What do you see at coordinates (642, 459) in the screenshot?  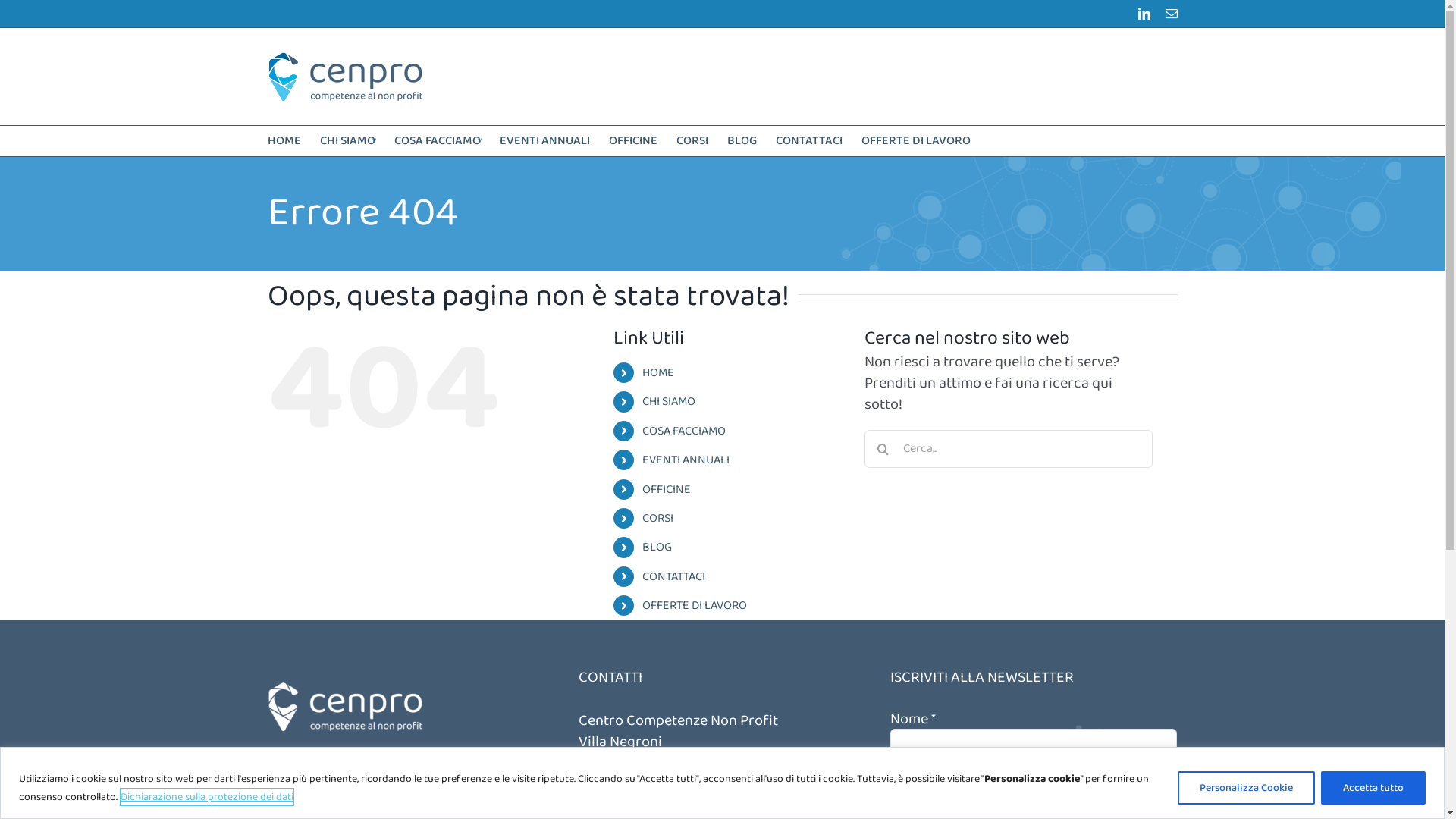 I see `'EVENTI ANNUALI'` at bounding box center [642, 459].